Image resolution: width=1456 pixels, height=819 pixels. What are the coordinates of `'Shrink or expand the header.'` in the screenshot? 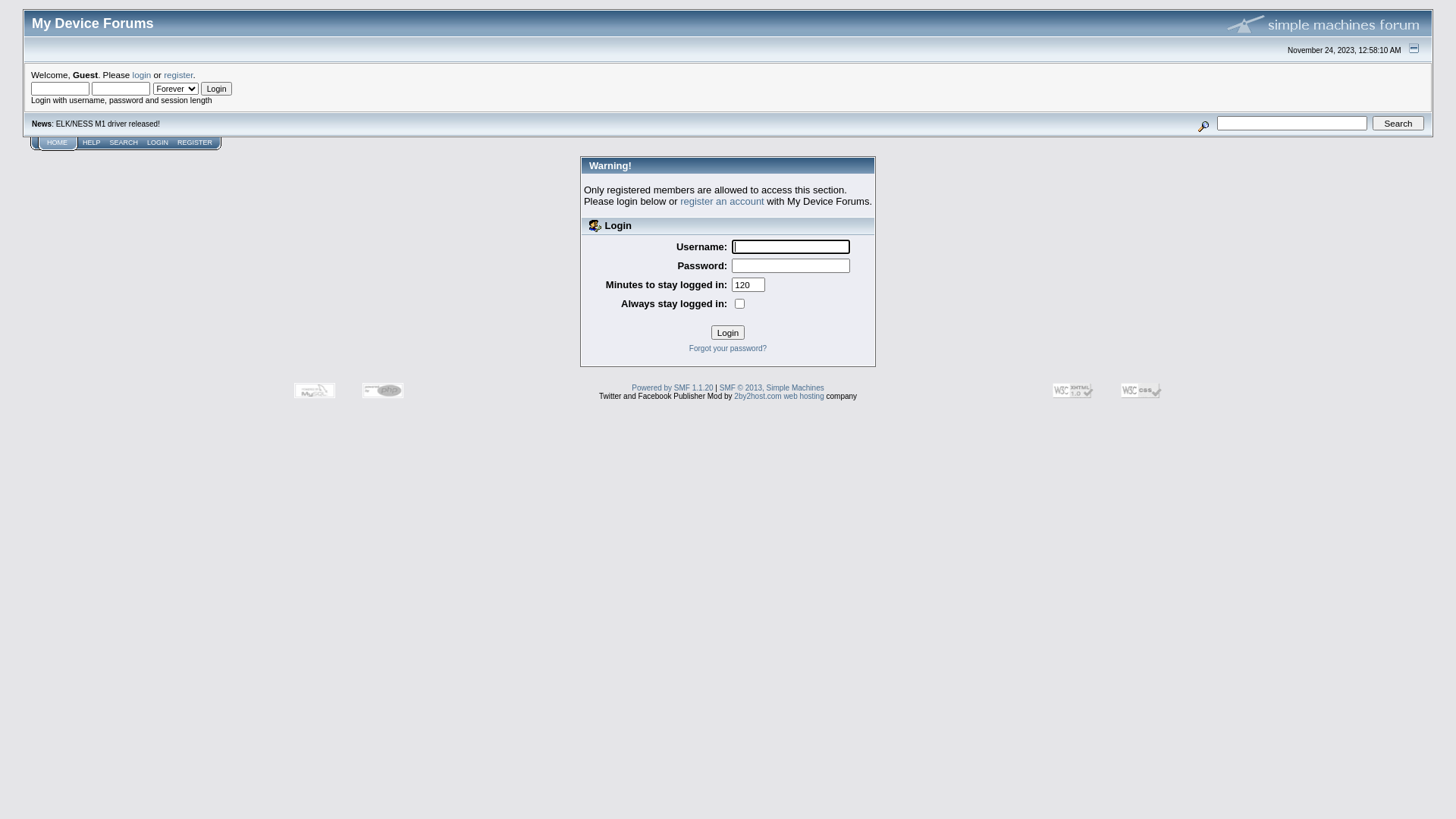 It's located at (1413, 47).